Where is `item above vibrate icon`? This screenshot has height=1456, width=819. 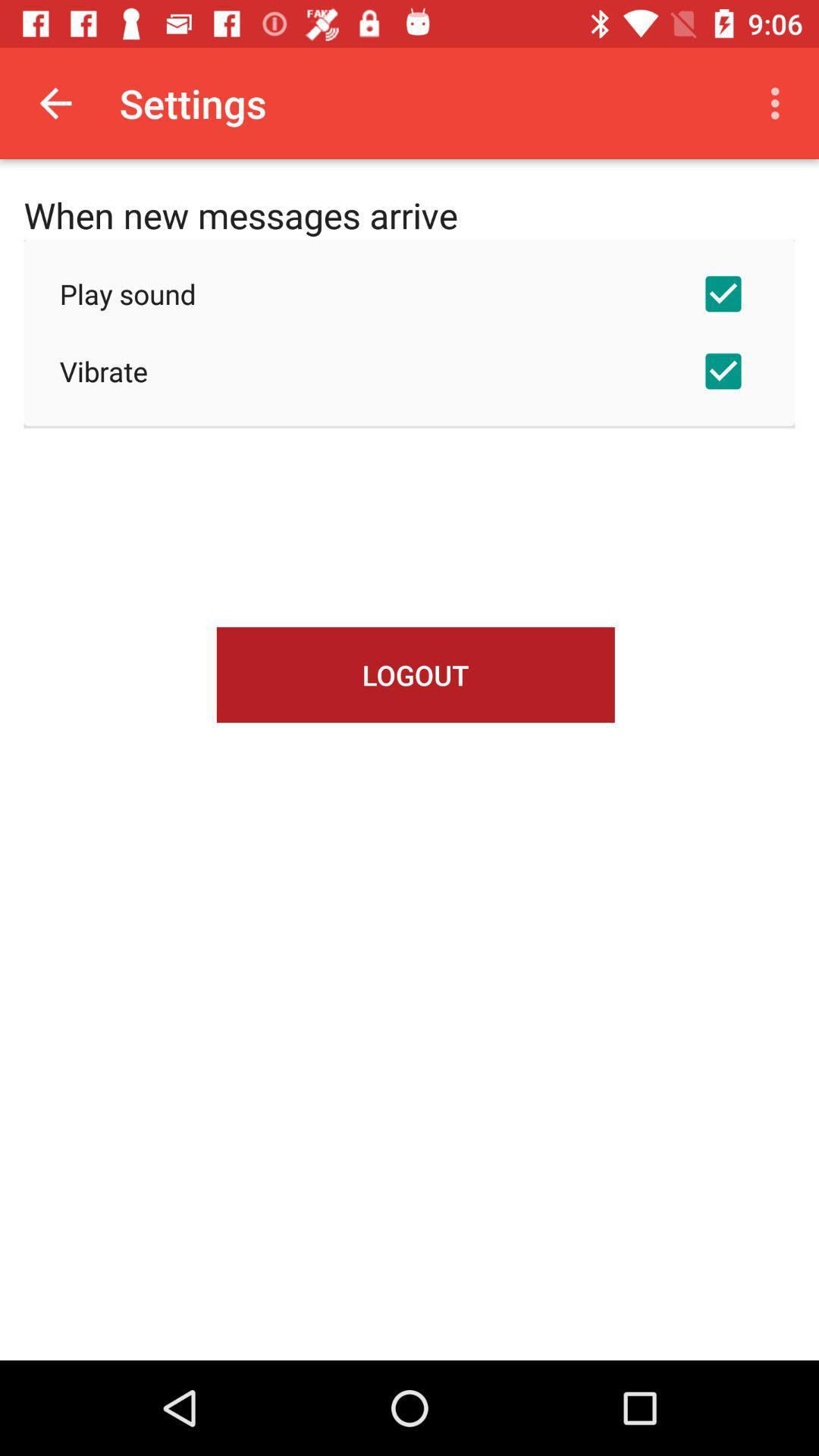
item above vibrate icon is located at coordinates (409, 293).